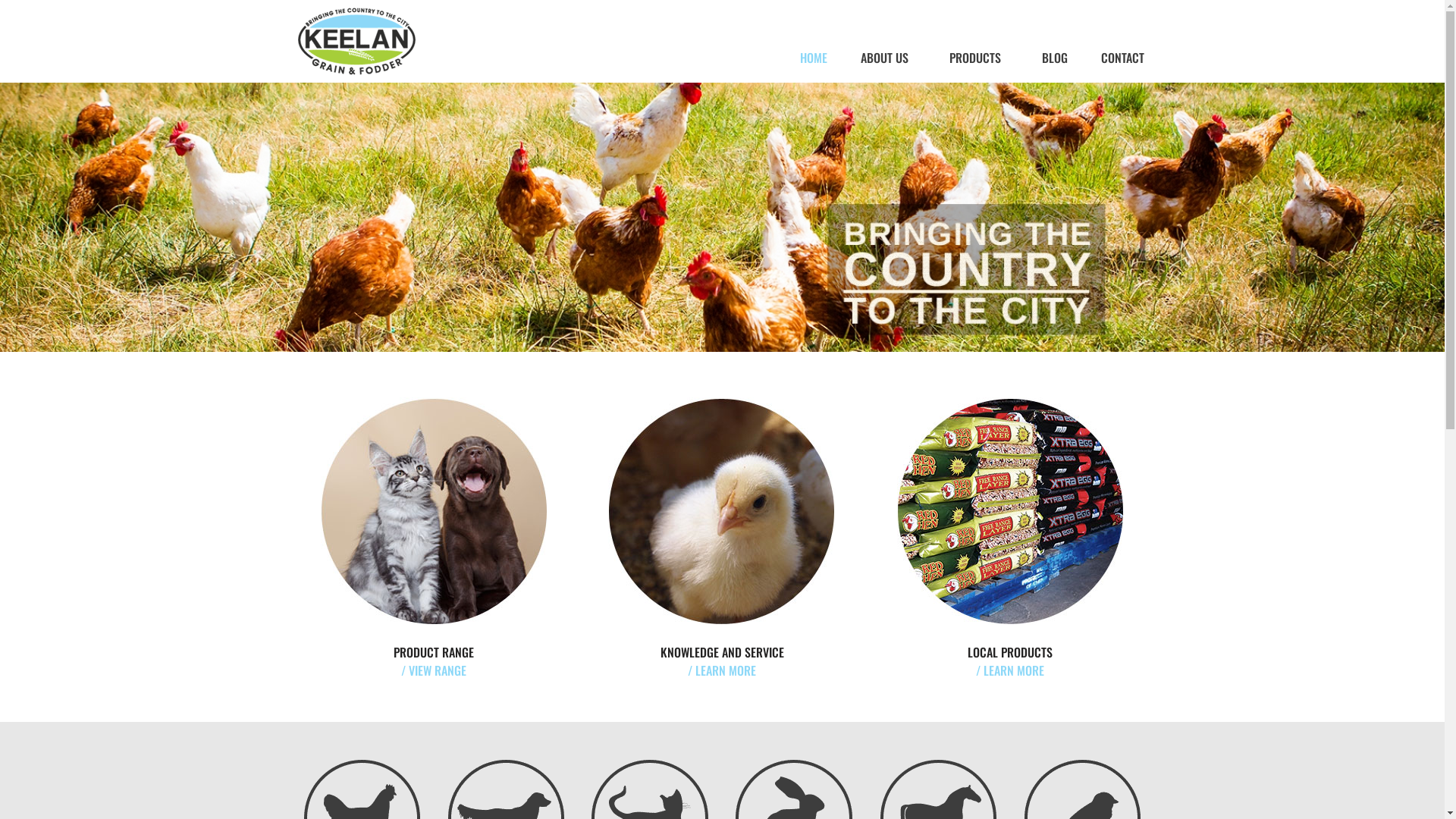 This screenshot has height=819, width=1456. I want to click on 'BLOG', so click(1054, 57).